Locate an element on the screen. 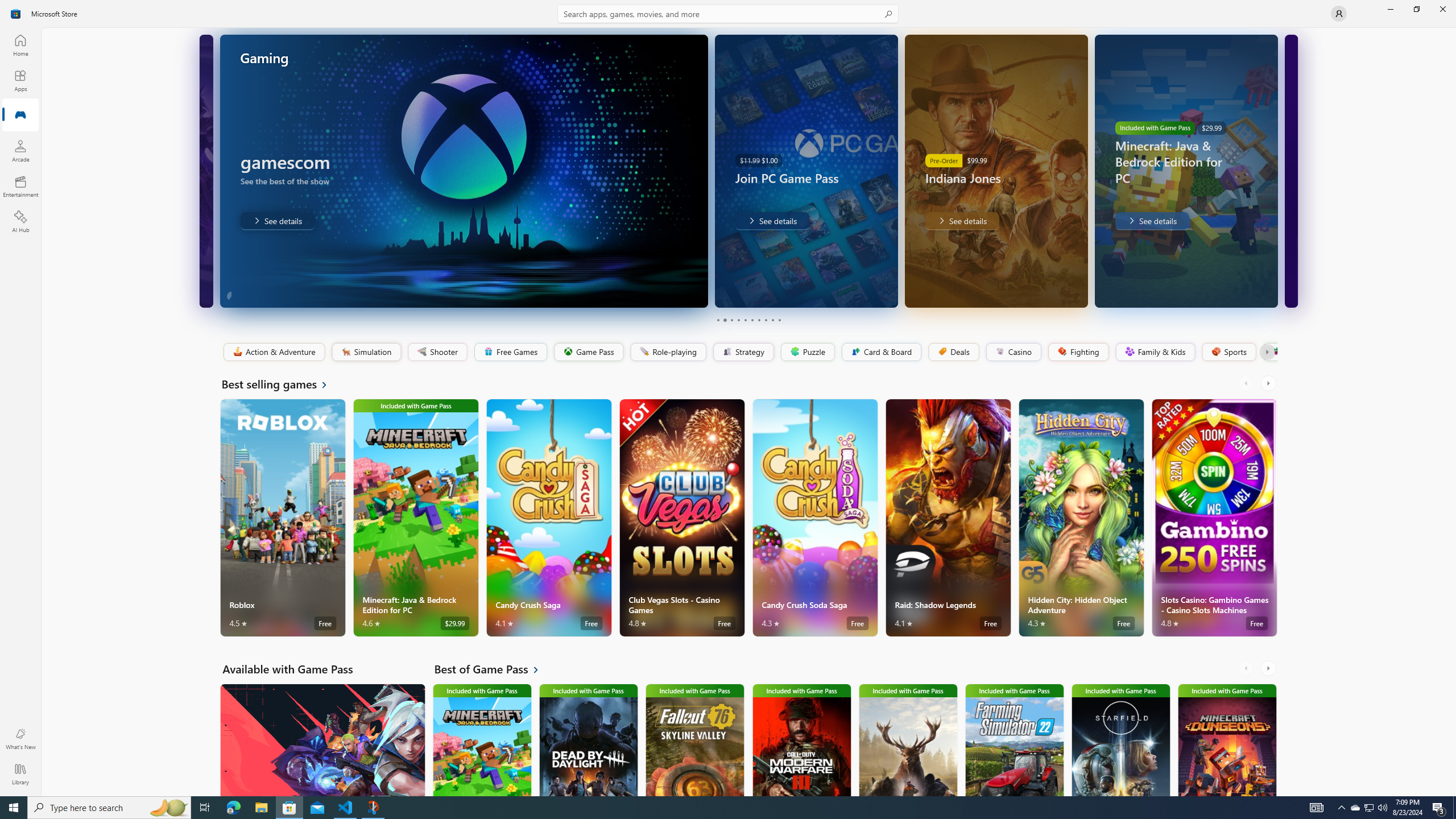 This screenshot has height=819, width=1456. 'Puzzle' is located at coordinates (806, 351).